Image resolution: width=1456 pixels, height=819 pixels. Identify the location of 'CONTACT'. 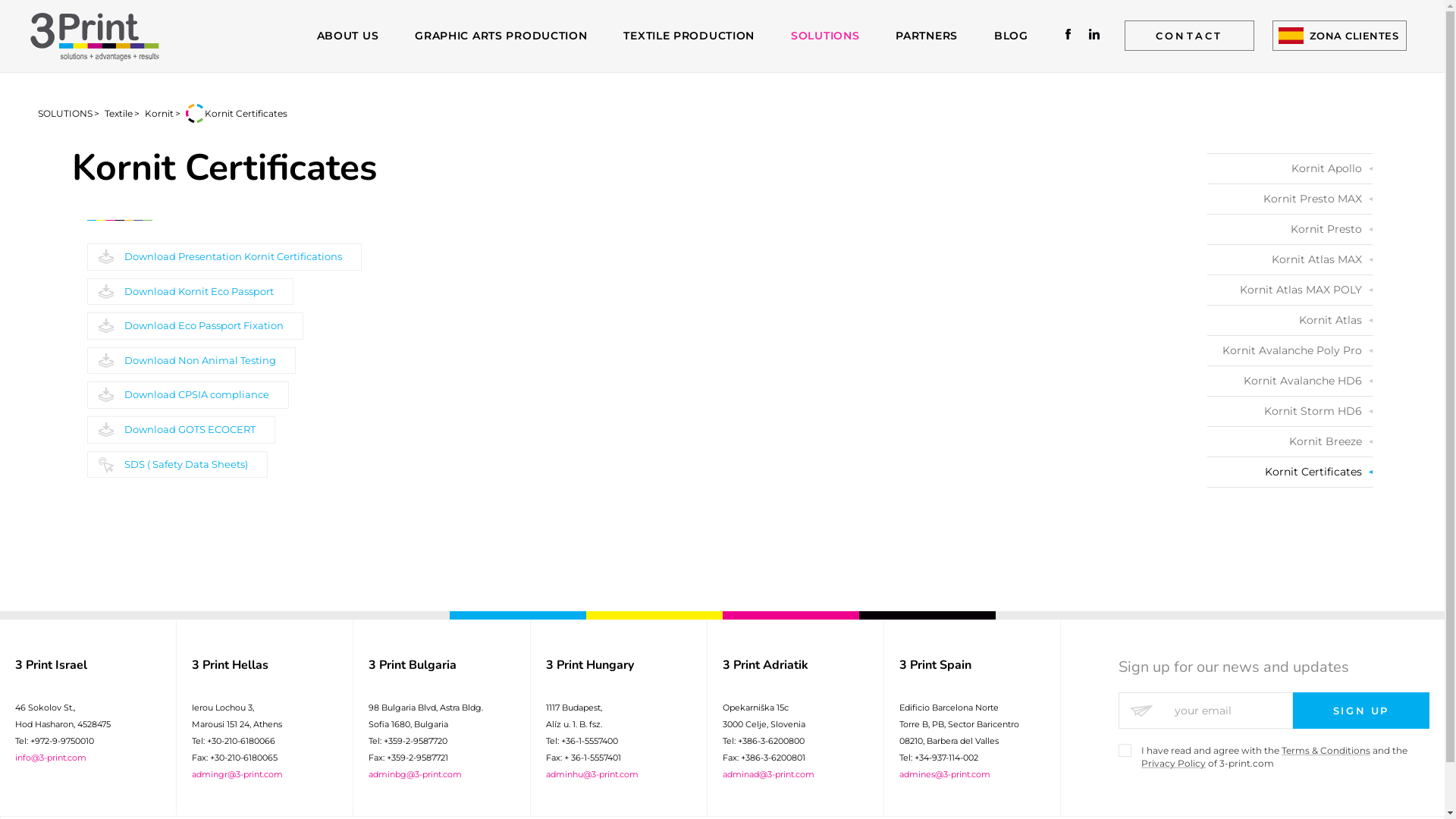
(1125, 34).